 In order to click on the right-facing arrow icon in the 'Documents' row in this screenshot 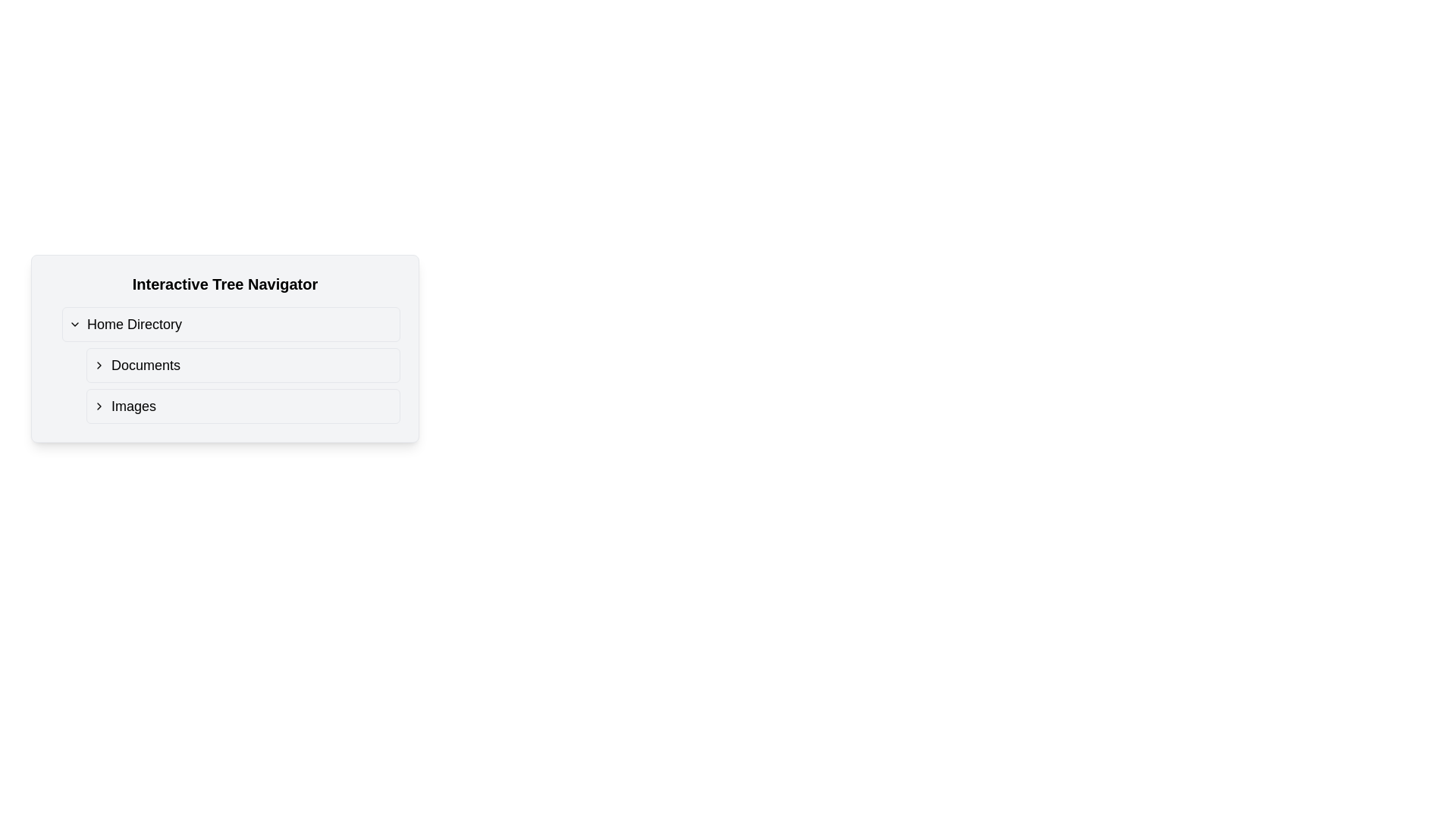, I will do `click(98, 366)`.